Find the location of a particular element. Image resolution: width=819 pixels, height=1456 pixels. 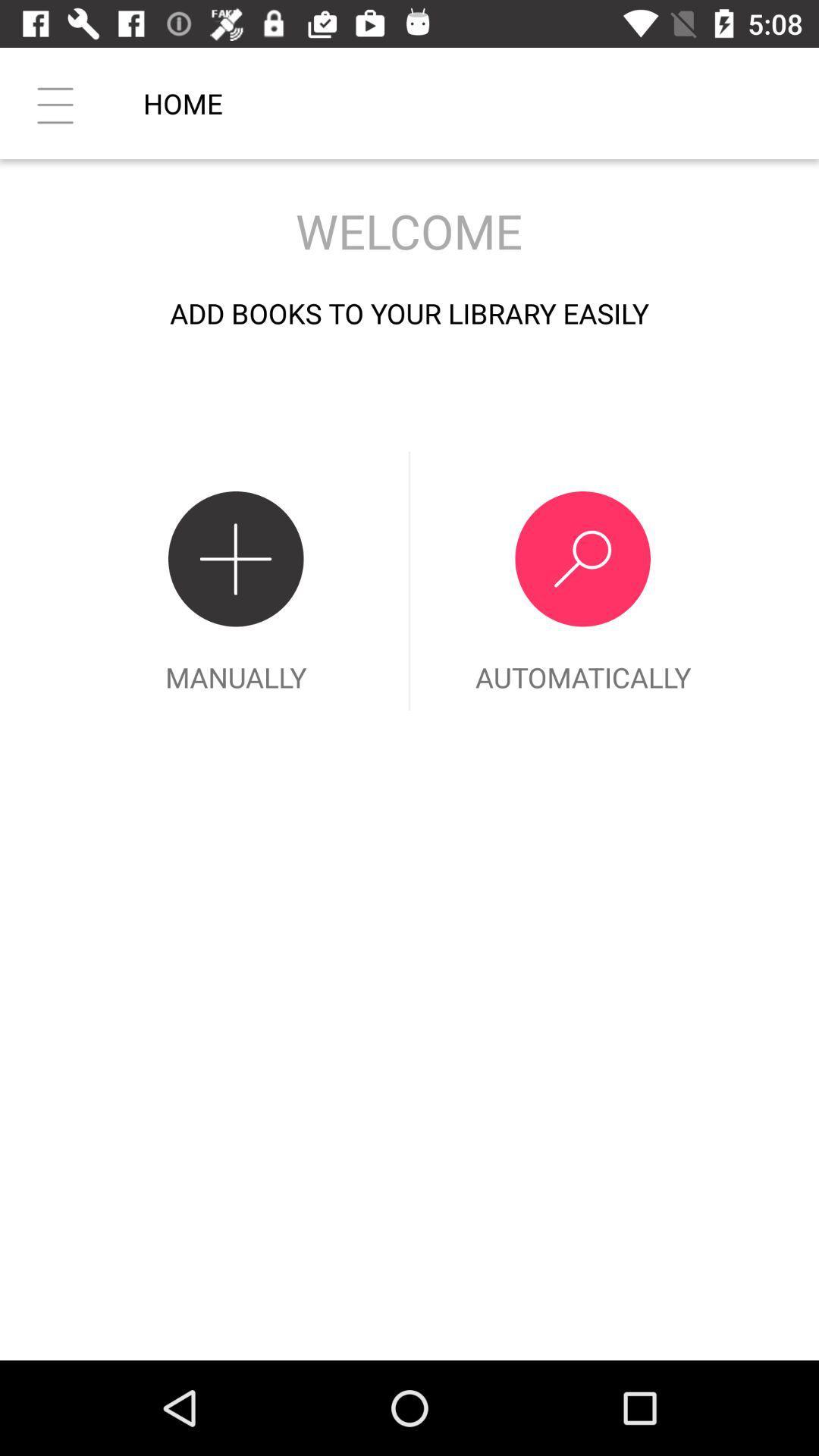

manually icon is located at coordinates (236, 580).